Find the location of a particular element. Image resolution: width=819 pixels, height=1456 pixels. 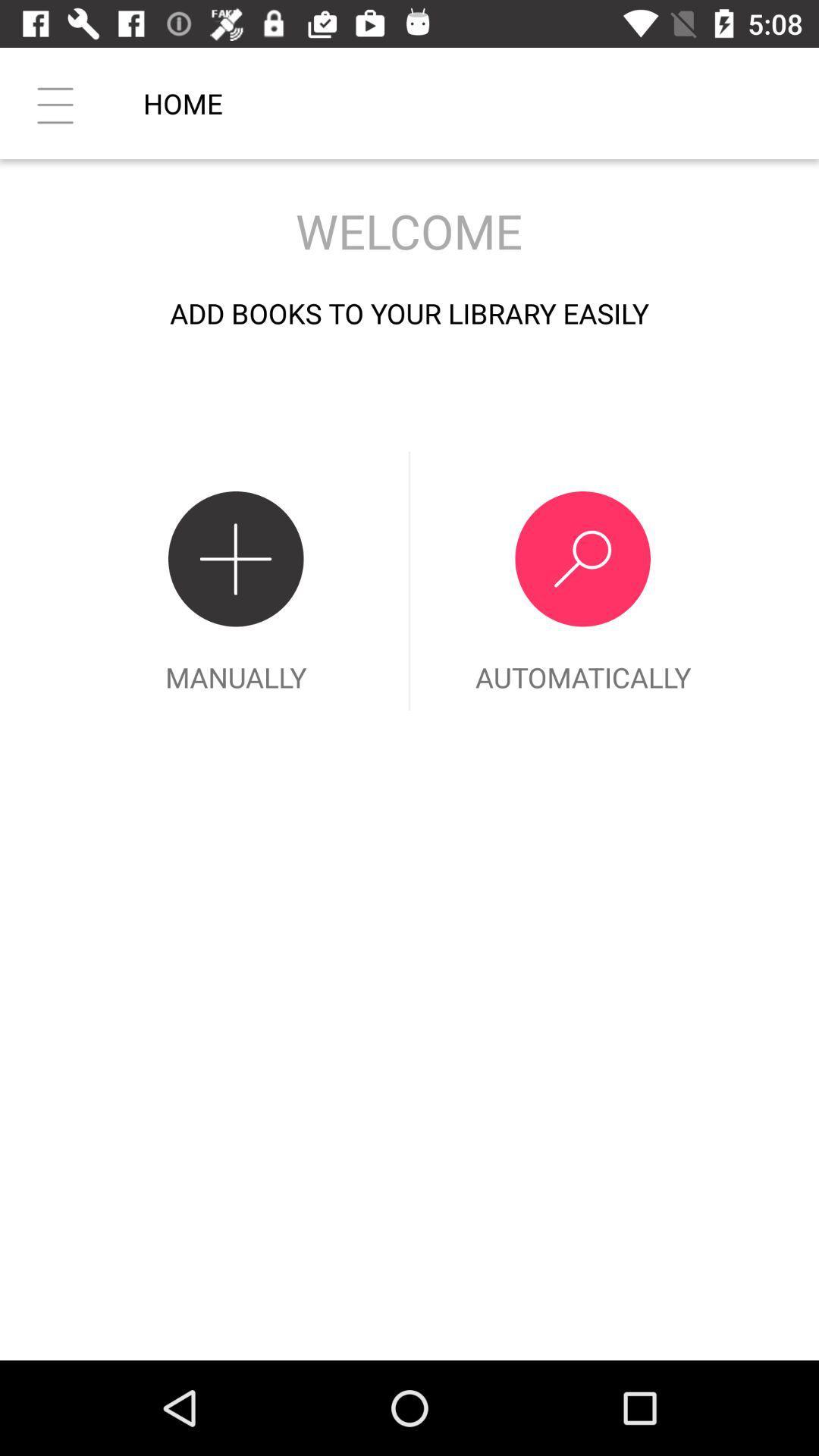

manually icon is located at coordinates (236, 580).